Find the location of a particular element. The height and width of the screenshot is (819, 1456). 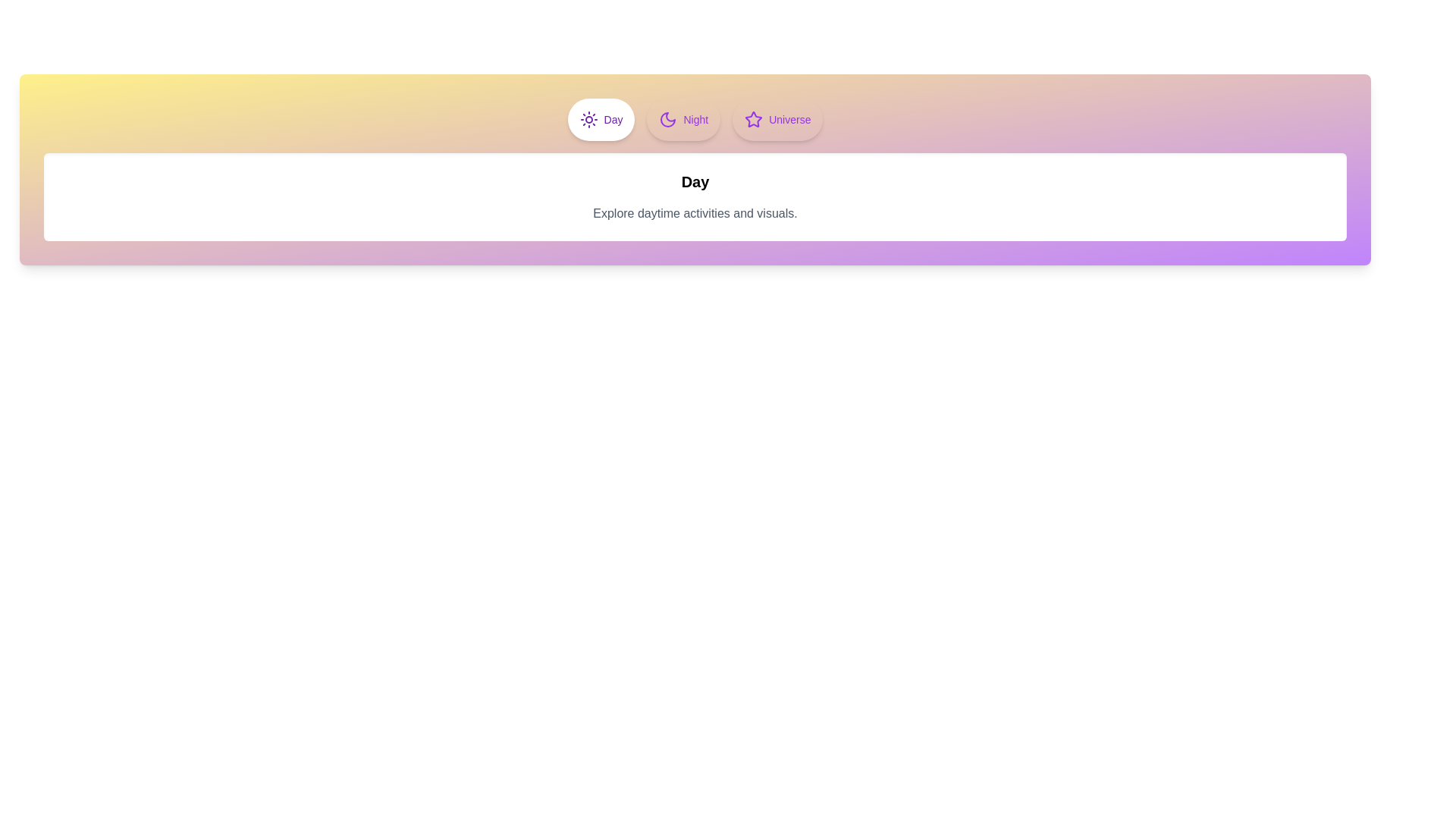

the Universe tab to display its associated content is located at coordinates (778, 119).